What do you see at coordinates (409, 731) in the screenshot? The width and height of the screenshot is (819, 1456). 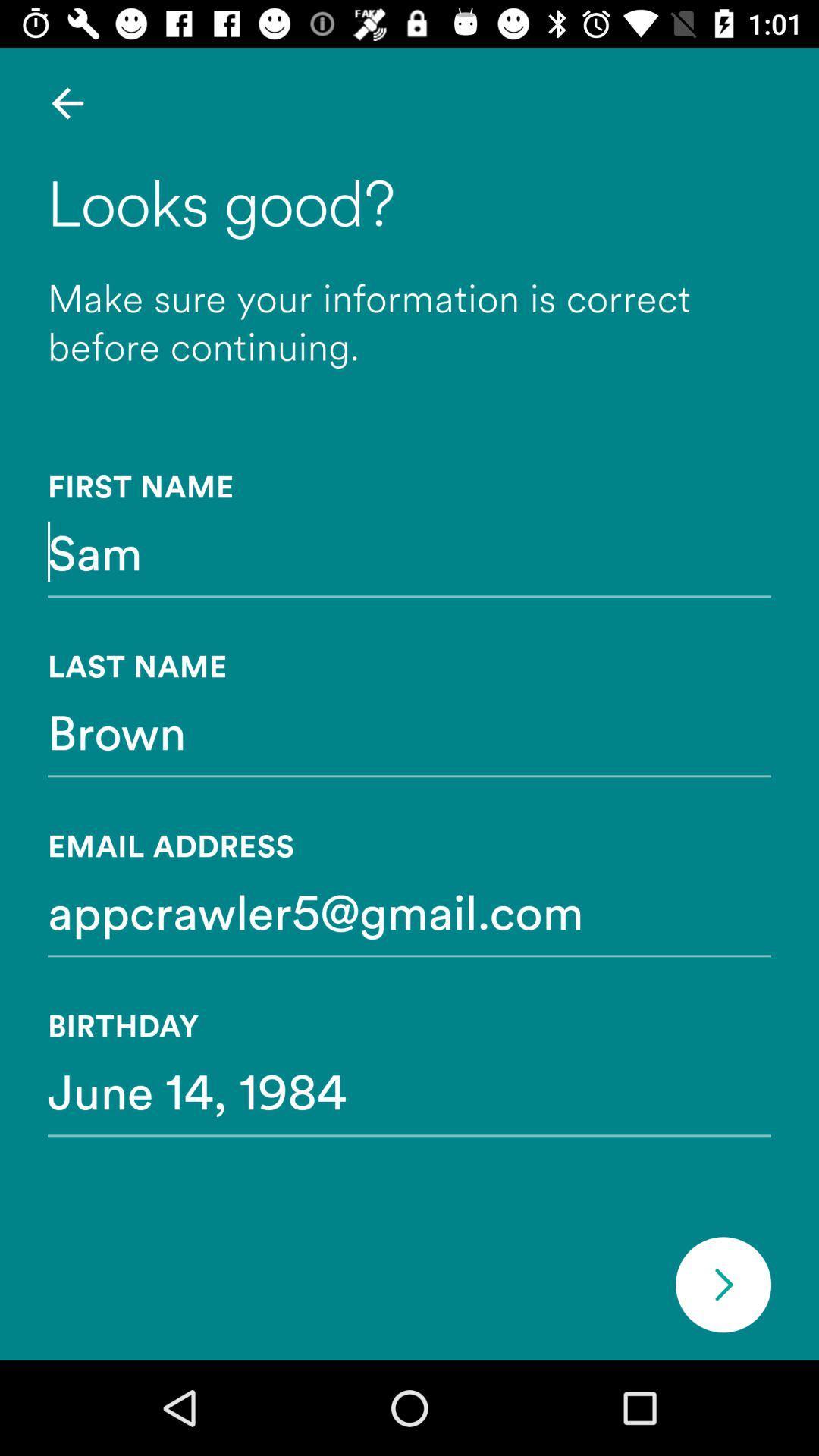 I see `brown item` at bounding box center [409, 731].